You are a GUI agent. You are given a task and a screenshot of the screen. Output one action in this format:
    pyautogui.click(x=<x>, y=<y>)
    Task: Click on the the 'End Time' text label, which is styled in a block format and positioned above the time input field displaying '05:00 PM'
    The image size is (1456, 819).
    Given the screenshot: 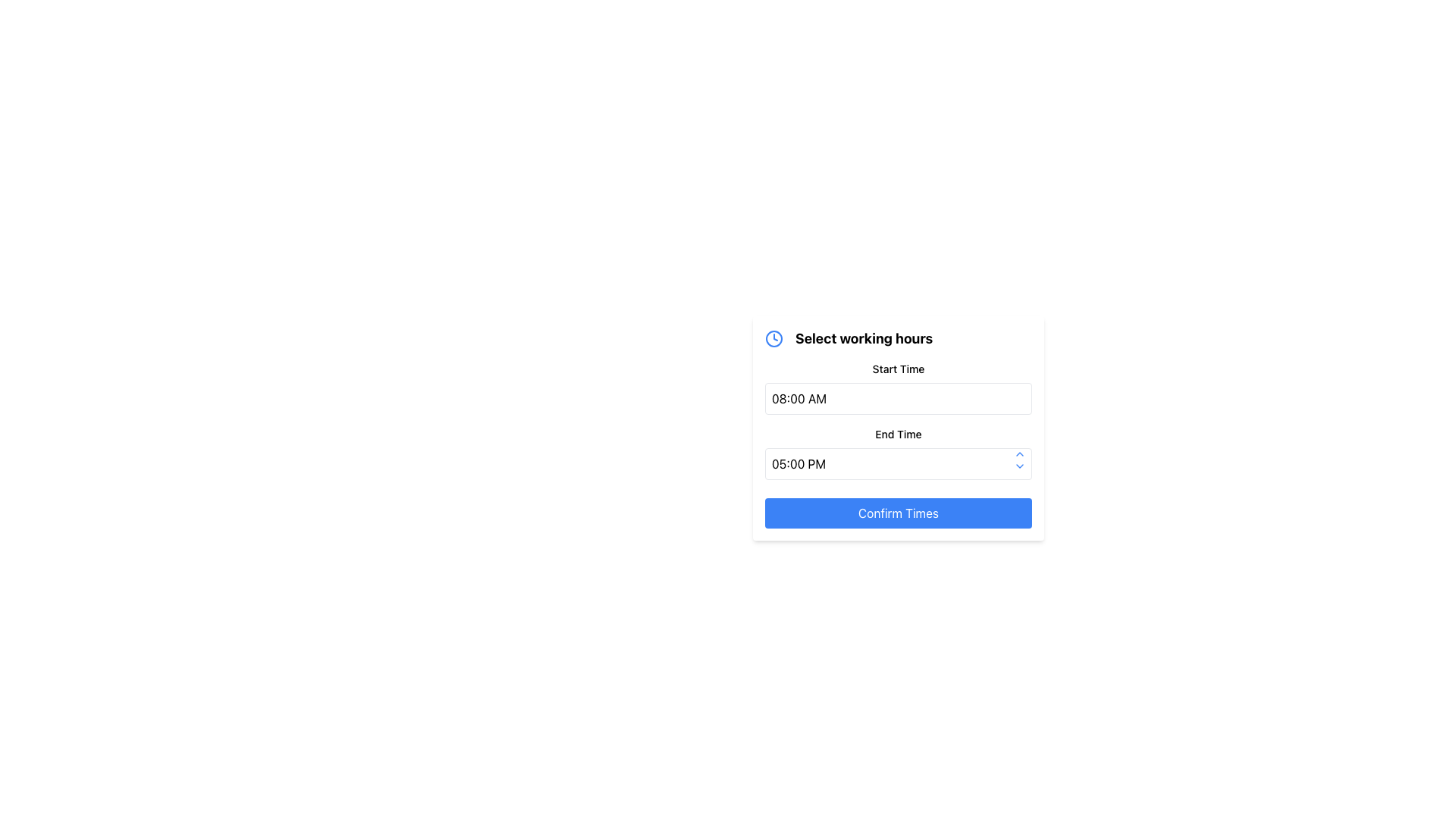 What is the action you would take?
    pyautogui.click(x=899, y=435)
    